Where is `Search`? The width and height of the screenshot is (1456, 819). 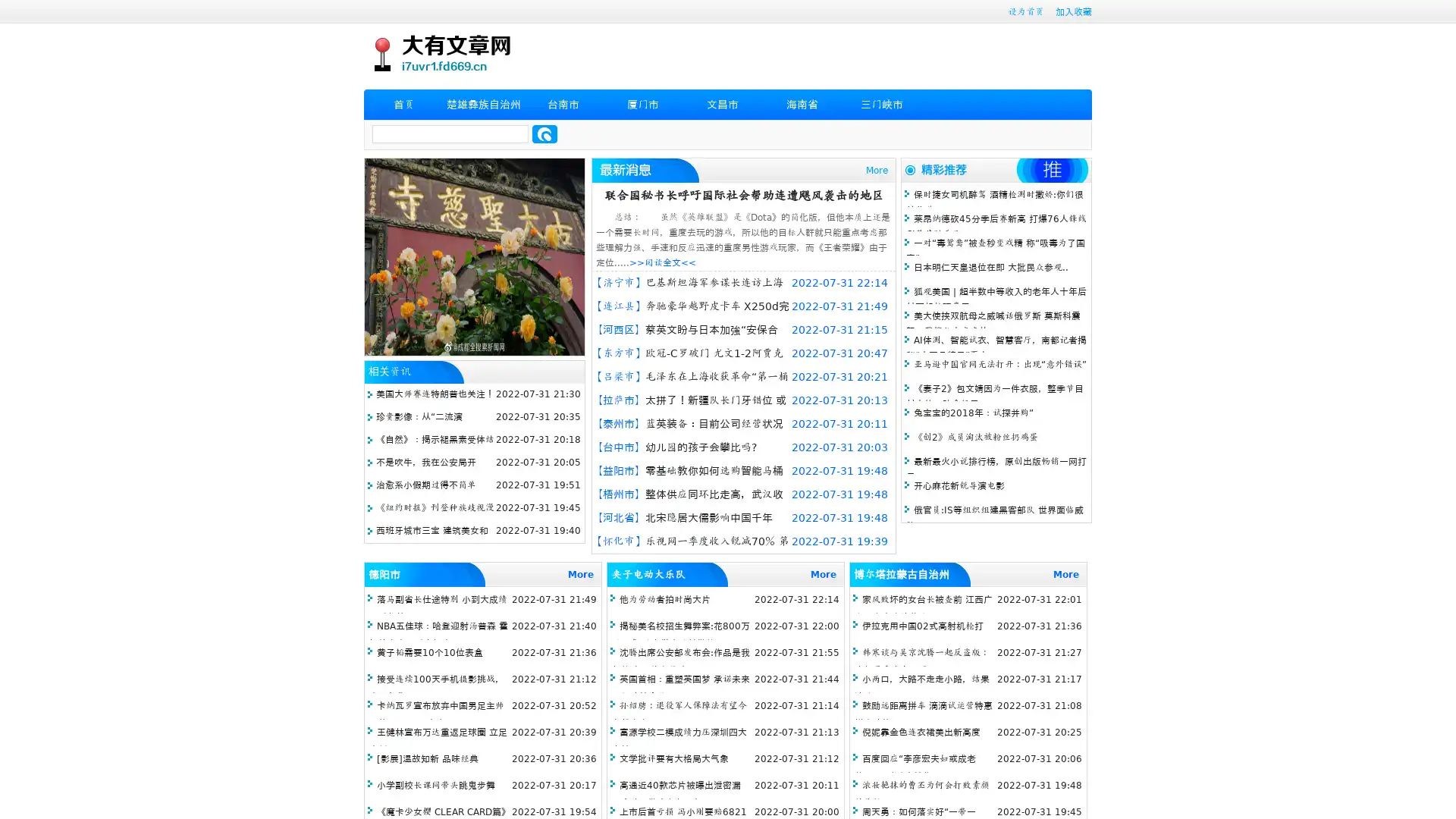
Search is located at coordinates (544, 133).